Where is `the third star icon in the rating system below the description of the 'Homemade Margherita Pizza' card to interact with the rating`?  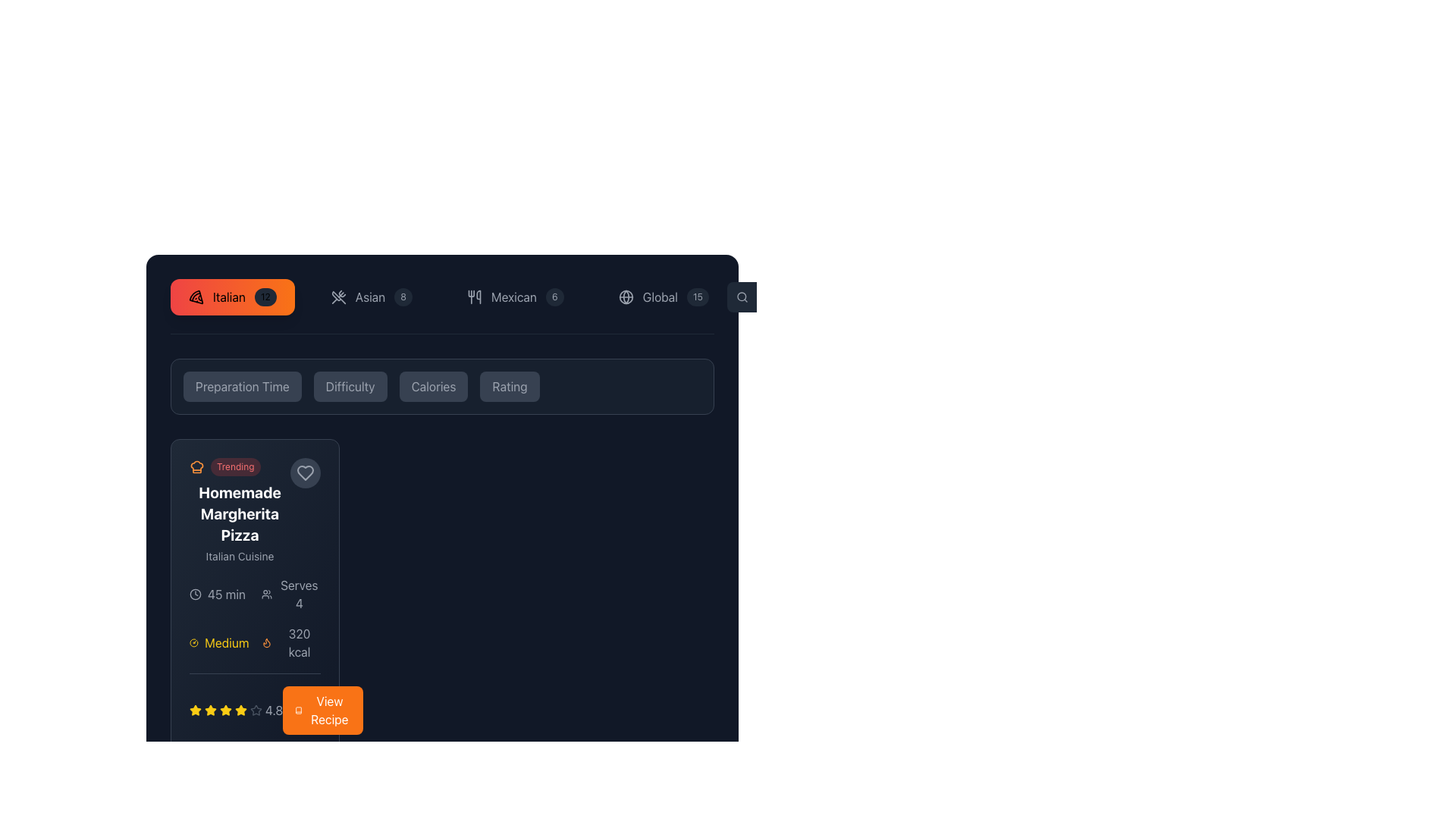
the third star icon in the rating system below the description of the 'Homemade Margherita Pizza' card to interact with the rating is located at coordinates (224, 710).